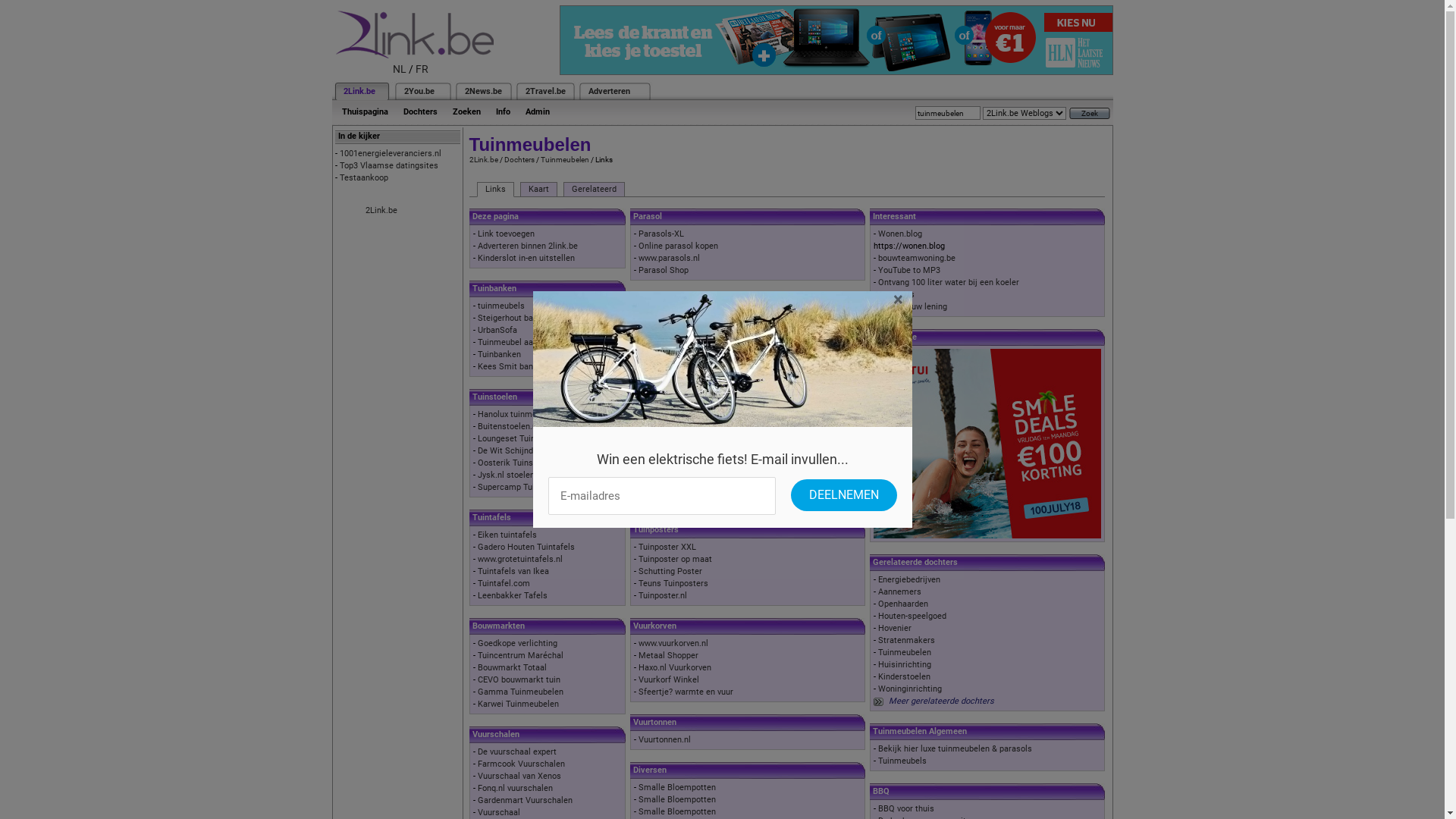 This screenshot has height=819, width=1456. What do you see at coordinates (507, 534) in the screenshot?
I see `'Eiken tuintafels'` at bounding box center [507, 534].